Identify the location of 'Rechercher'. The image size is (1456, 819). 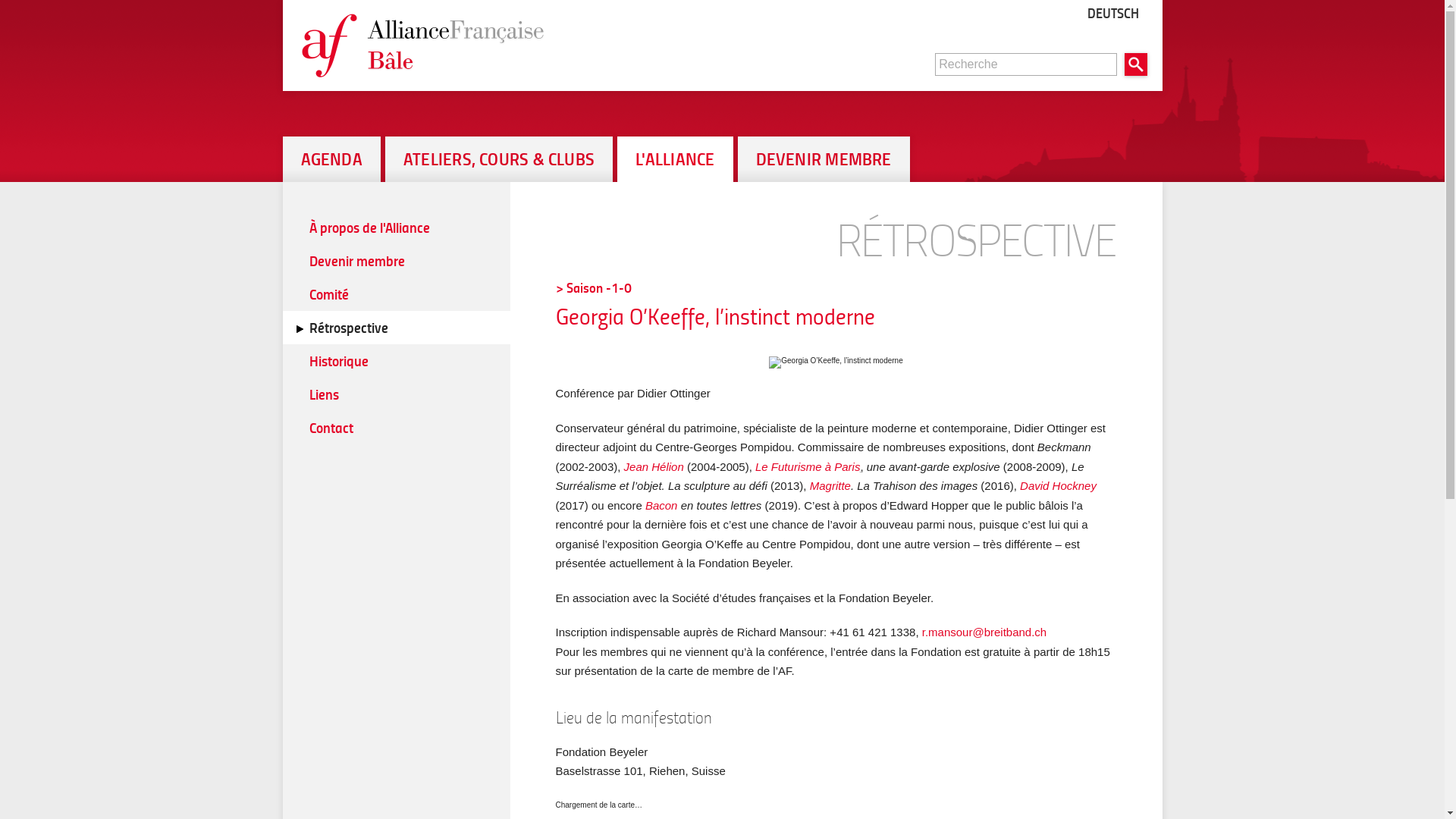
(1124, 63).